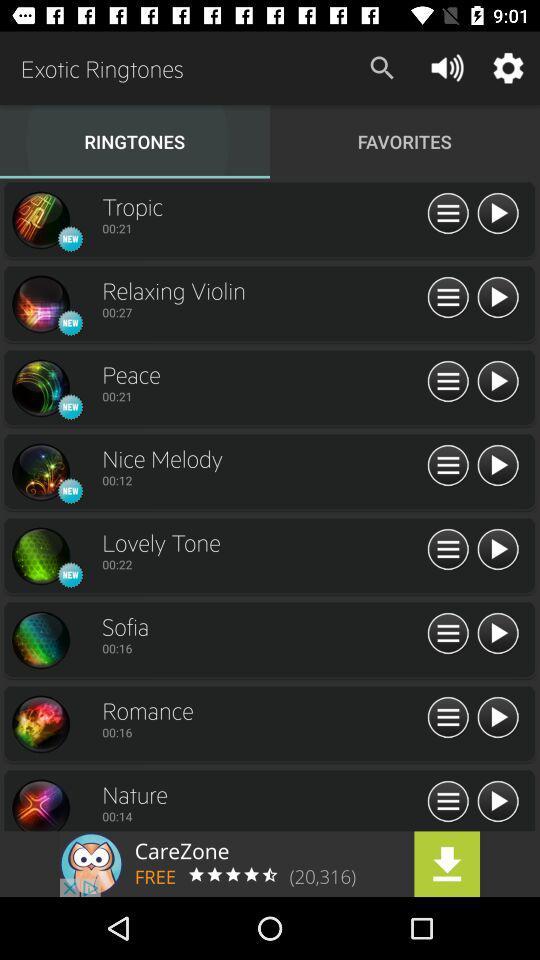 The width and height of the screenshot is (540, 960). What do you see at coordinates (496, 633) in the screenshot?
I see `the media file` at bounding box center [496, 633].